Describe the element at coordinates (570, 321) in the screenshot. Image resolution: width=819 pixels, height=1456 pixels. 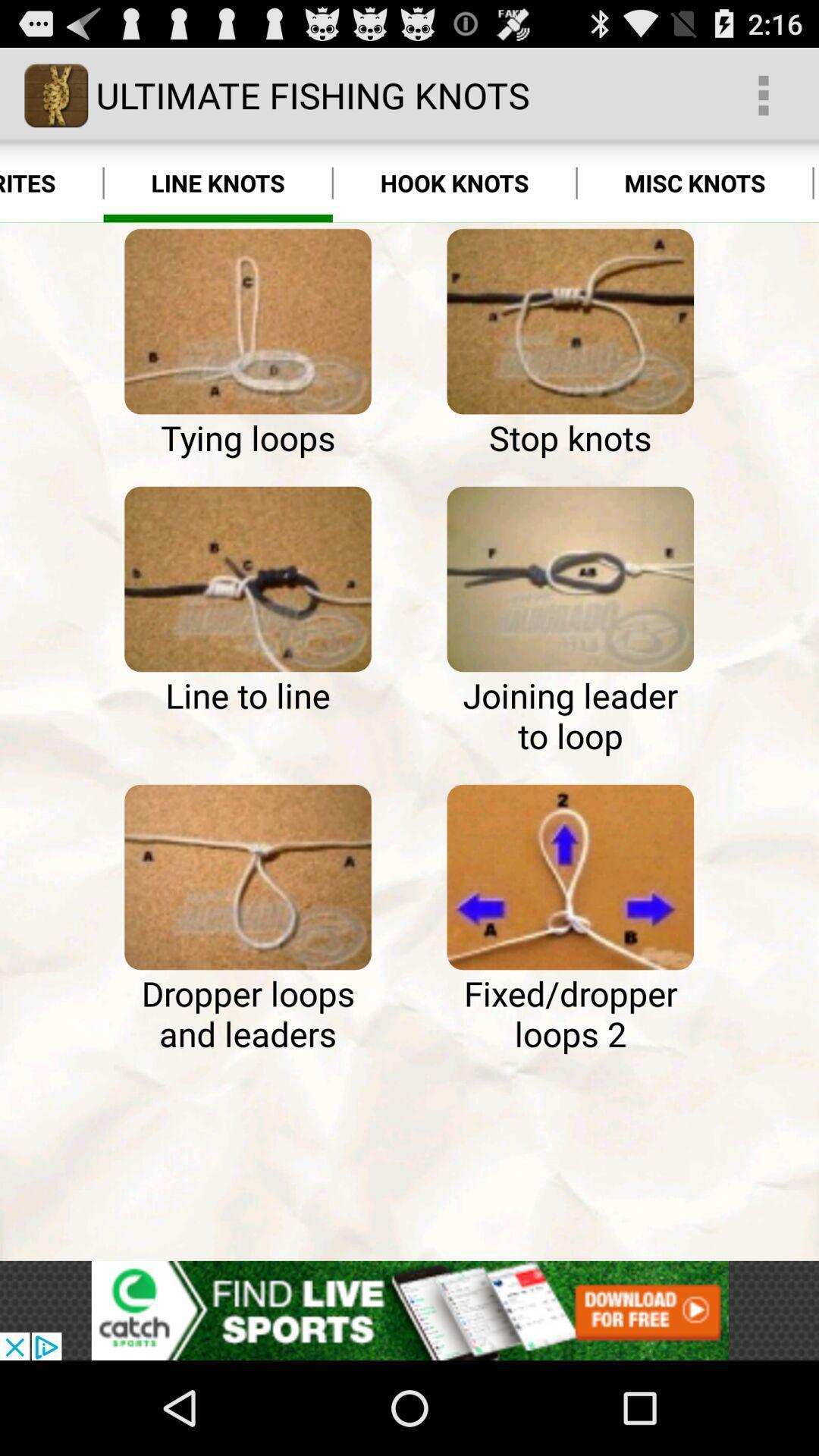
I see `select` at that location.